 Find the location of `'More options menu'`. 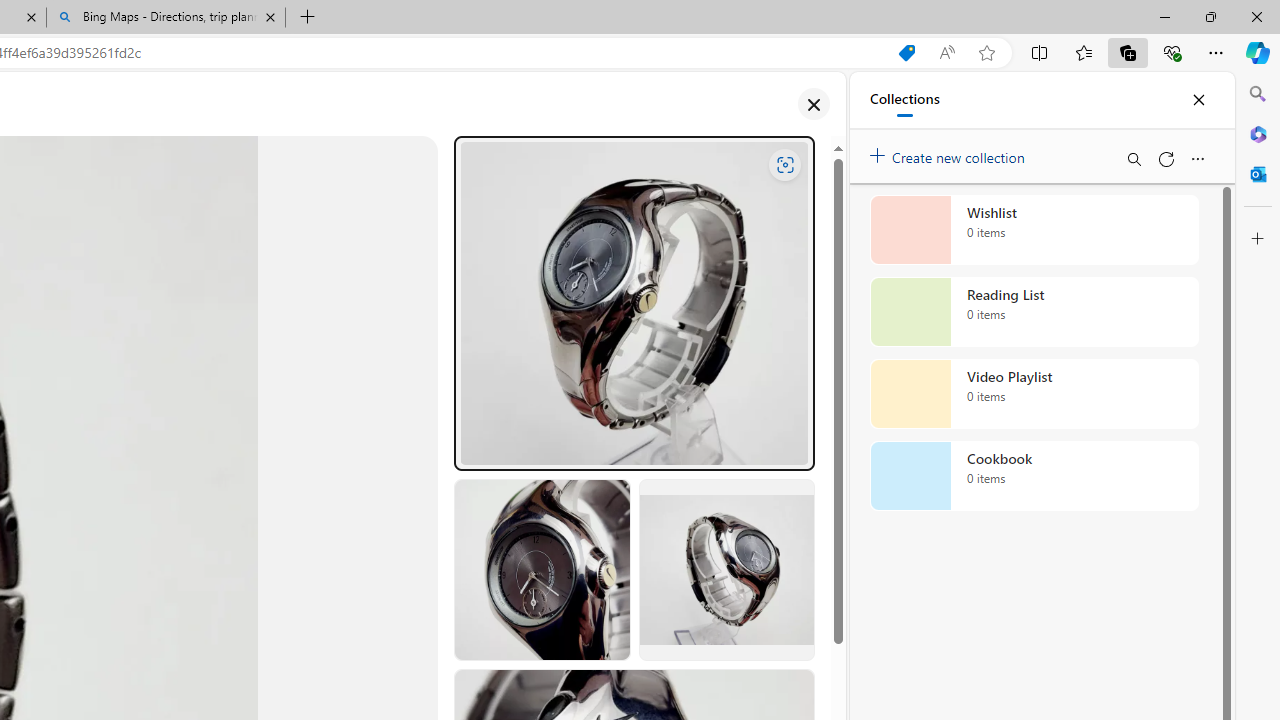

'More options menu' is located at coordinates (1197, 158).